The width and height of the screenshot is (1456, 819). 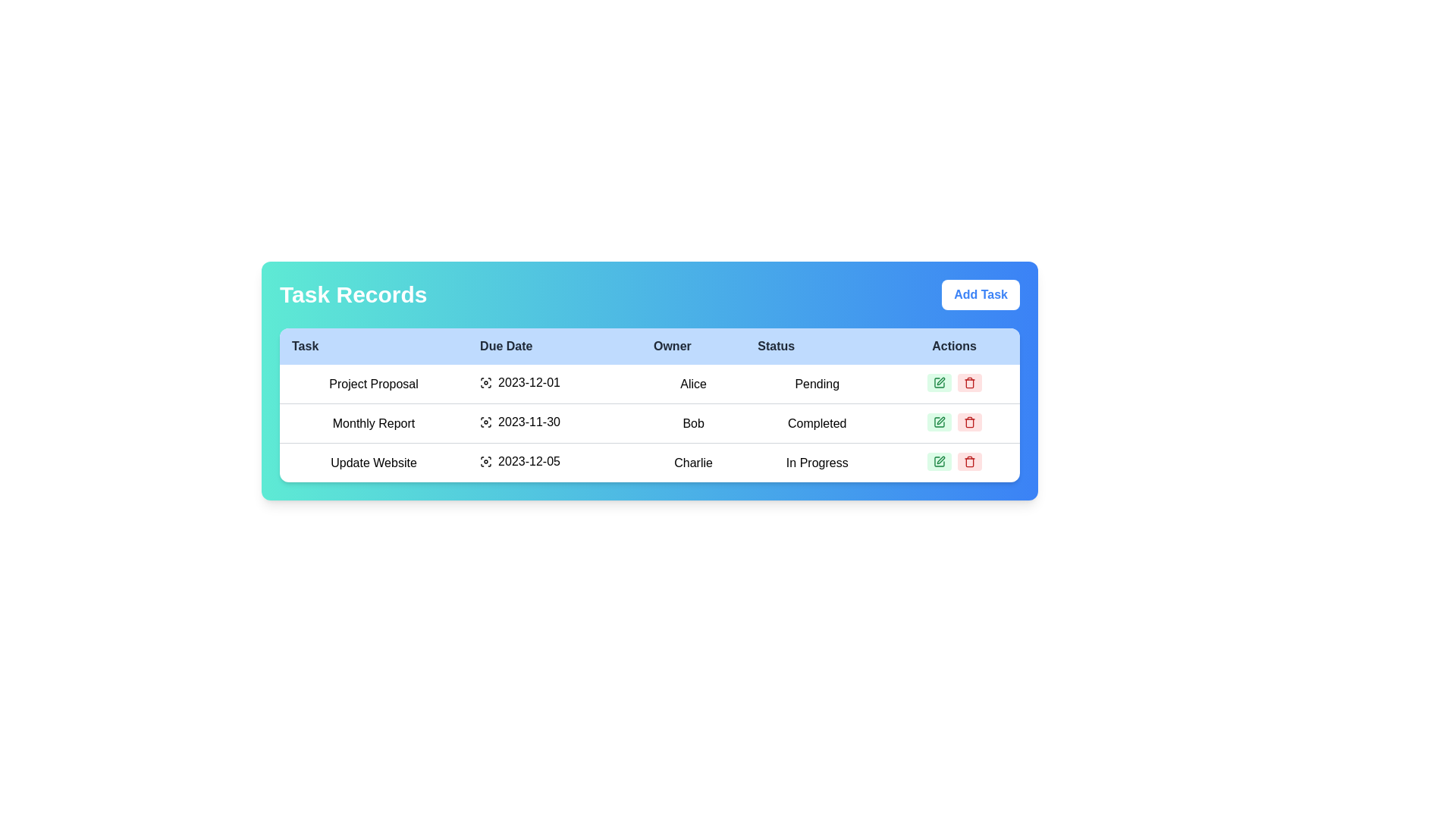 What do you see at coordinates (968, 461) in the screenshot?
I see `the delete button located in the 'Actions' column of the 'Task Records' table, which is positioned to the right of the green edit icon in the last row` at bounding box center [968, 461].